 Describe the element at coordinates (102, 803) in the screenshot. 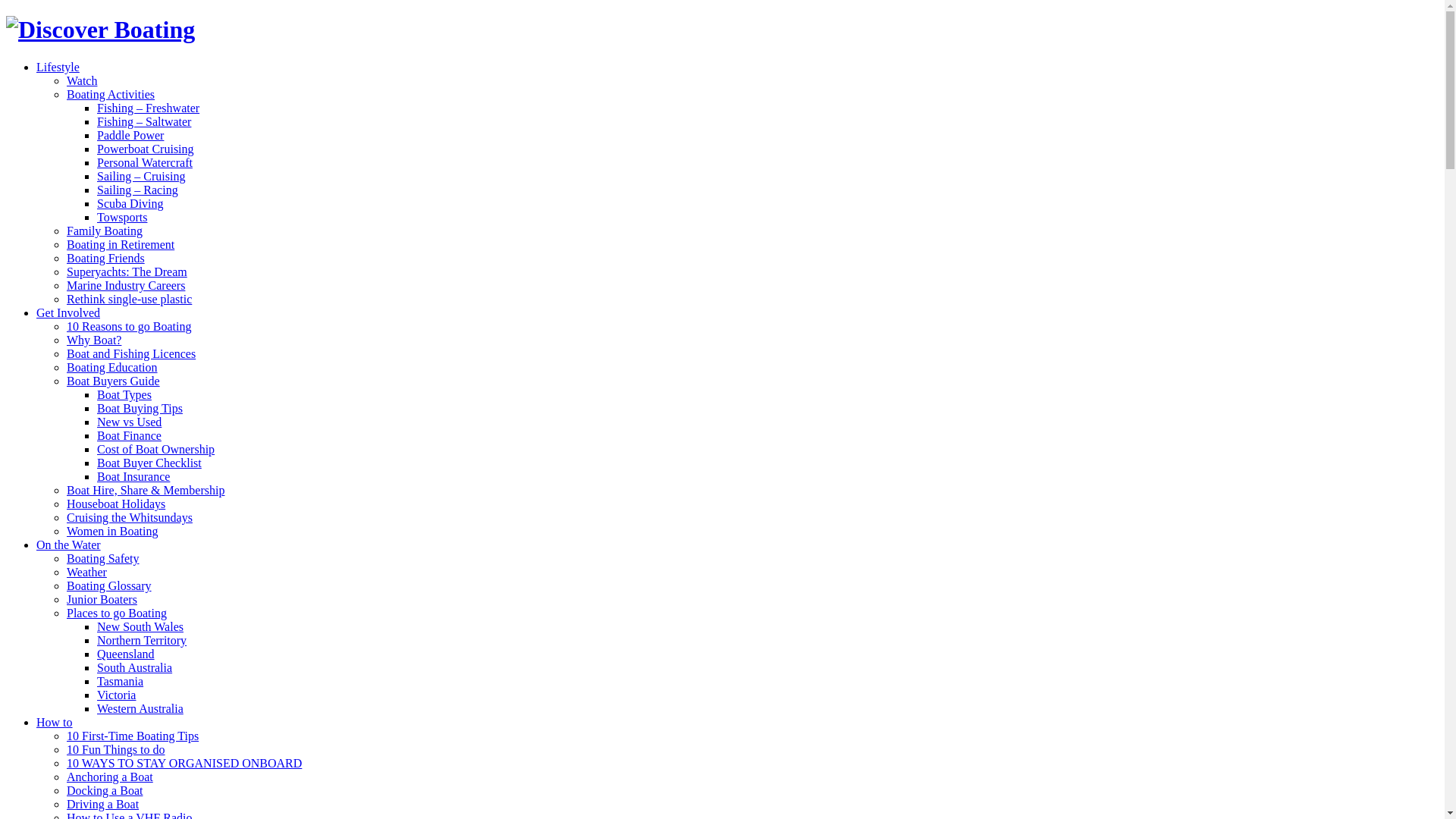

I see `'Driving a Boat'` at that location.